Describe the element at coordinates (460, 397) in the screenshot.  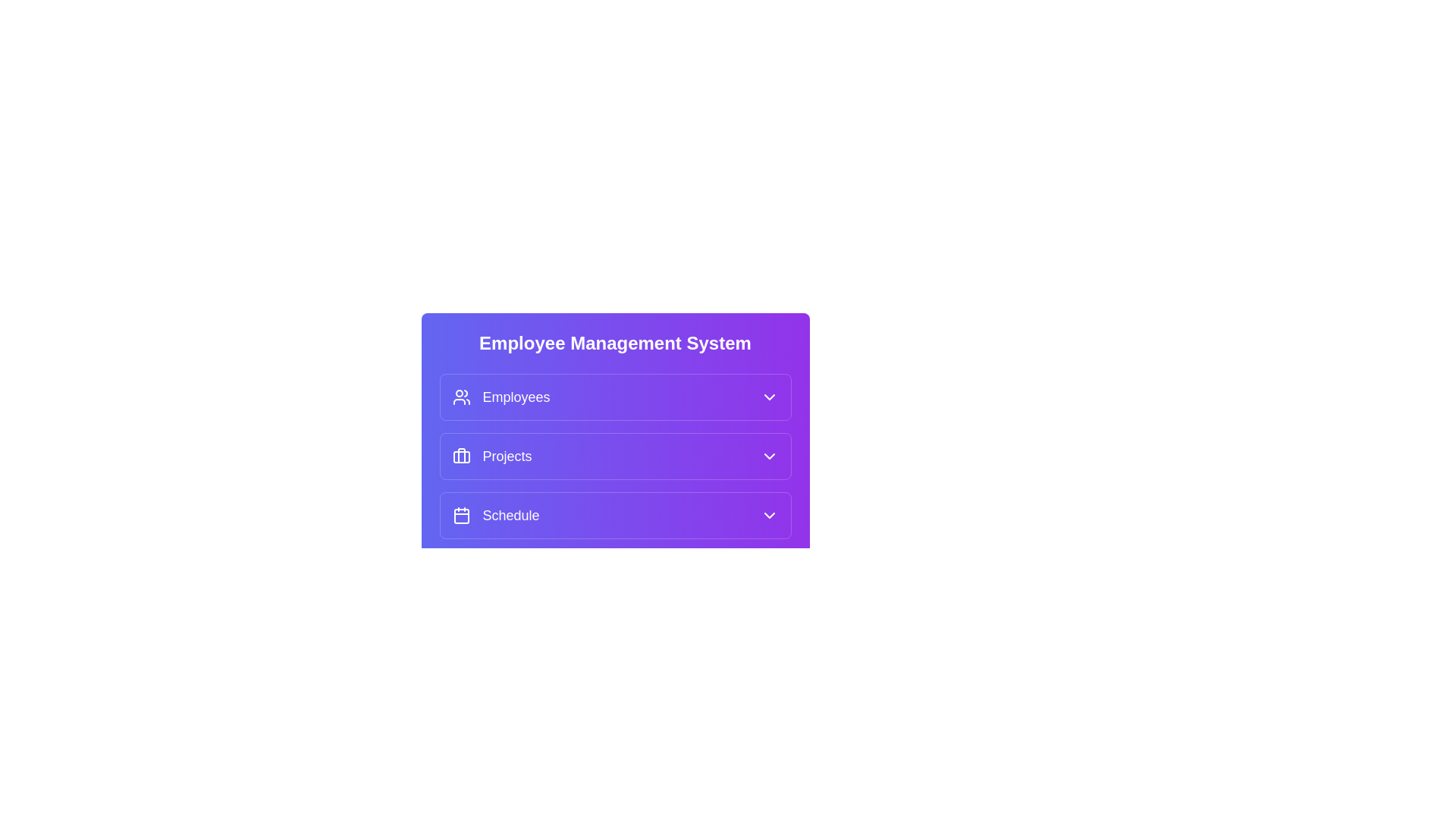
I see `the decorative 'Employees' icon located on the leftmost side of the row labeled 'Employees' in the vertical list of options` at that location.